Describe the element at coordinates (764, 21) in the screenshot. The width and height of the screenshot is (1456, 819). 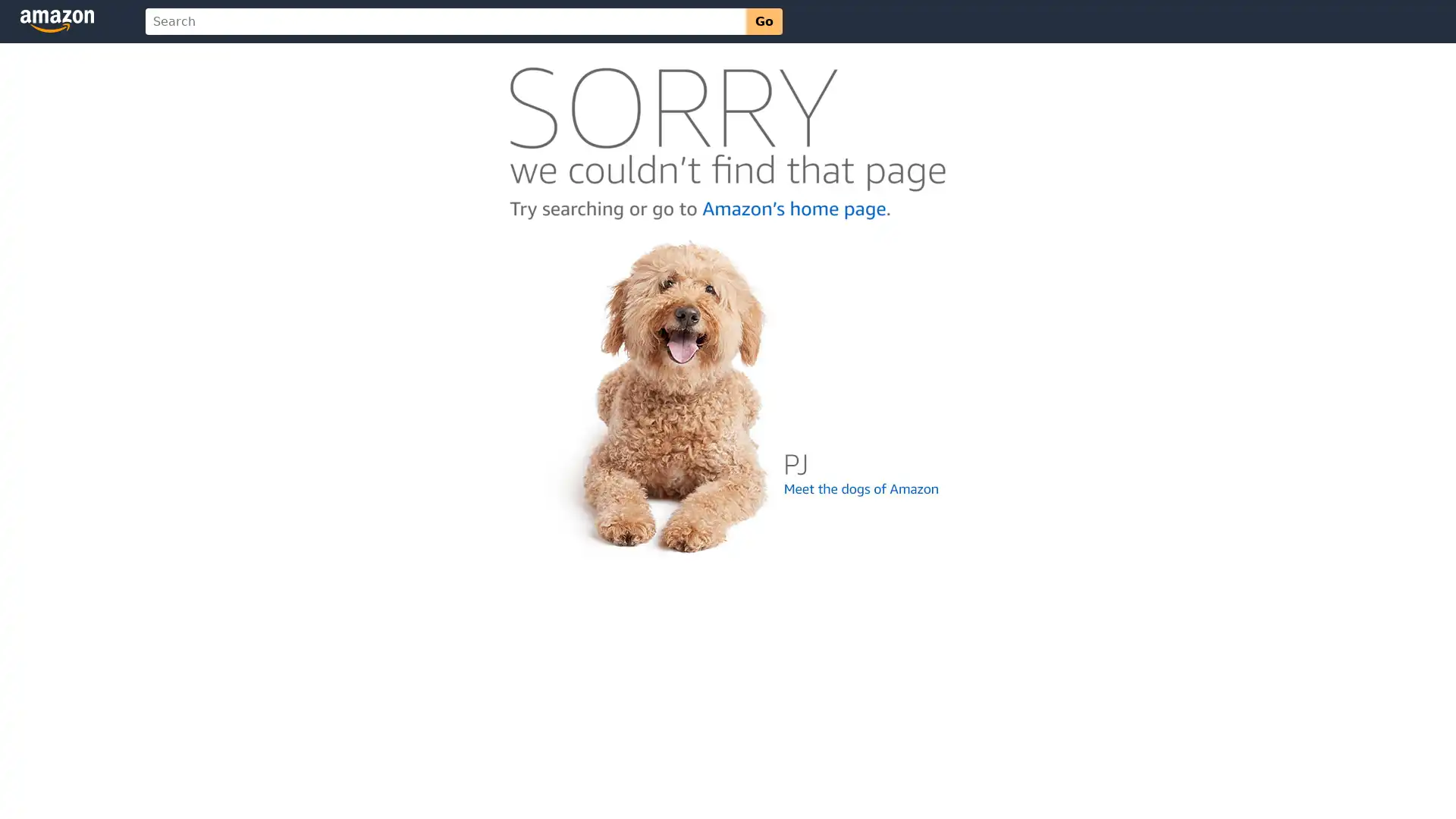
I see `Go` at that location.